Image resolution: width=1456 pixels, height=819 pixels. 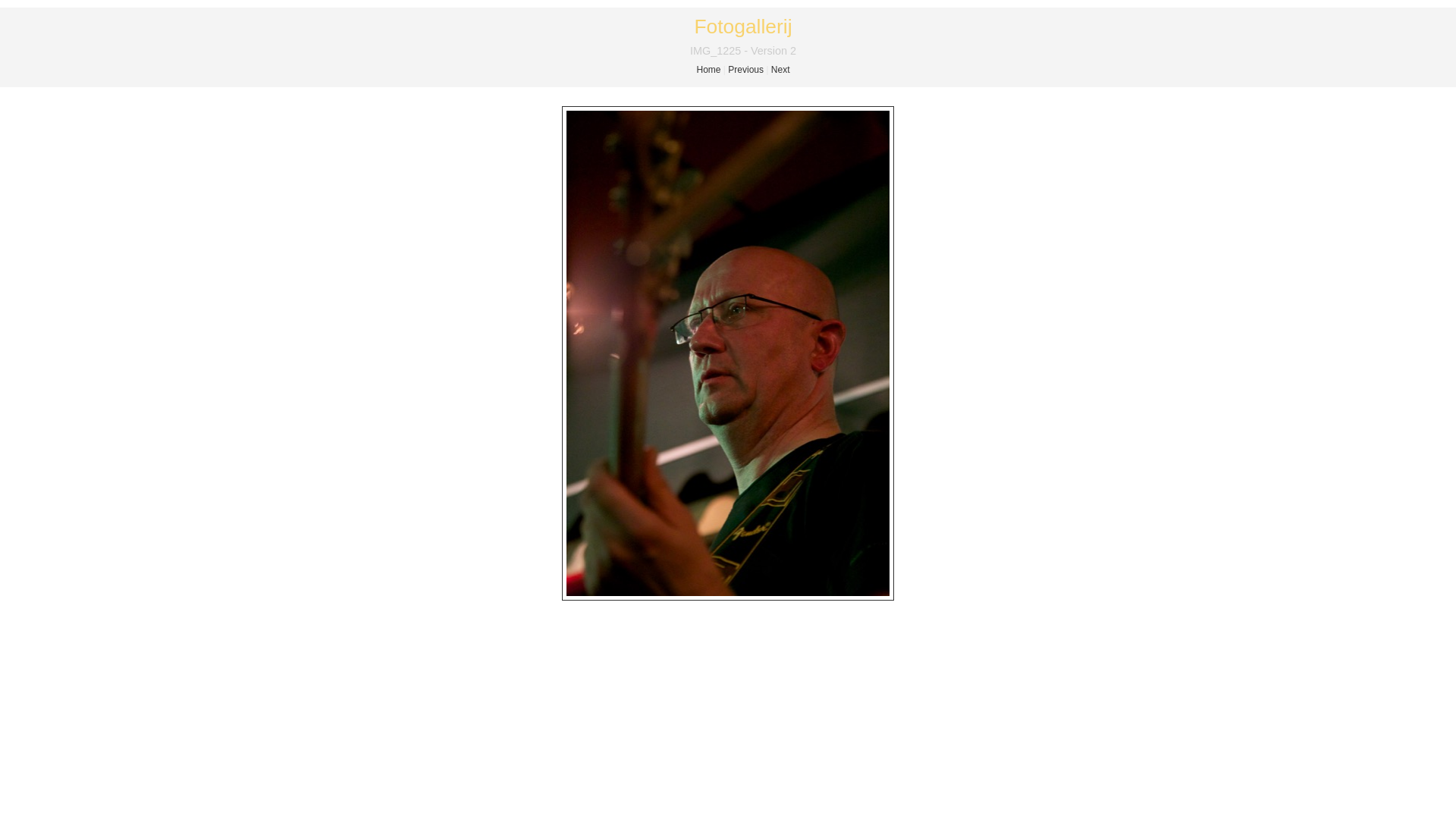 I want to click on 'Next', so click(x=780, y=70).